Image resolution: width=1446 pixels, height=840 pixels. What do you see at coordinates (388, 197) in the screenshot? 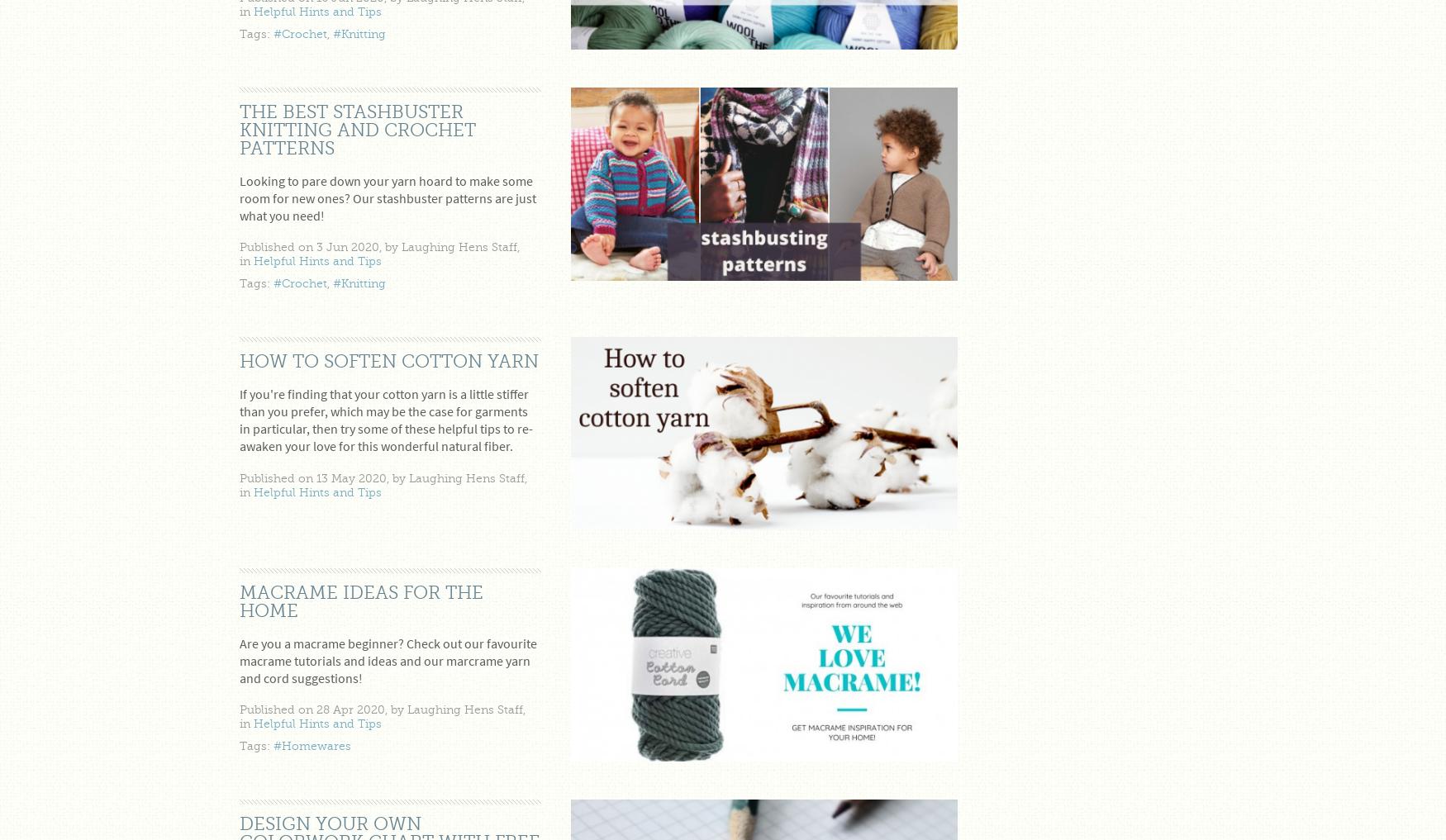
I see `'Looking to pare down your yarn hoard to make some room for new ones? Our stashbuster patterns are just what you need!'` at bounding box center [388, 197].